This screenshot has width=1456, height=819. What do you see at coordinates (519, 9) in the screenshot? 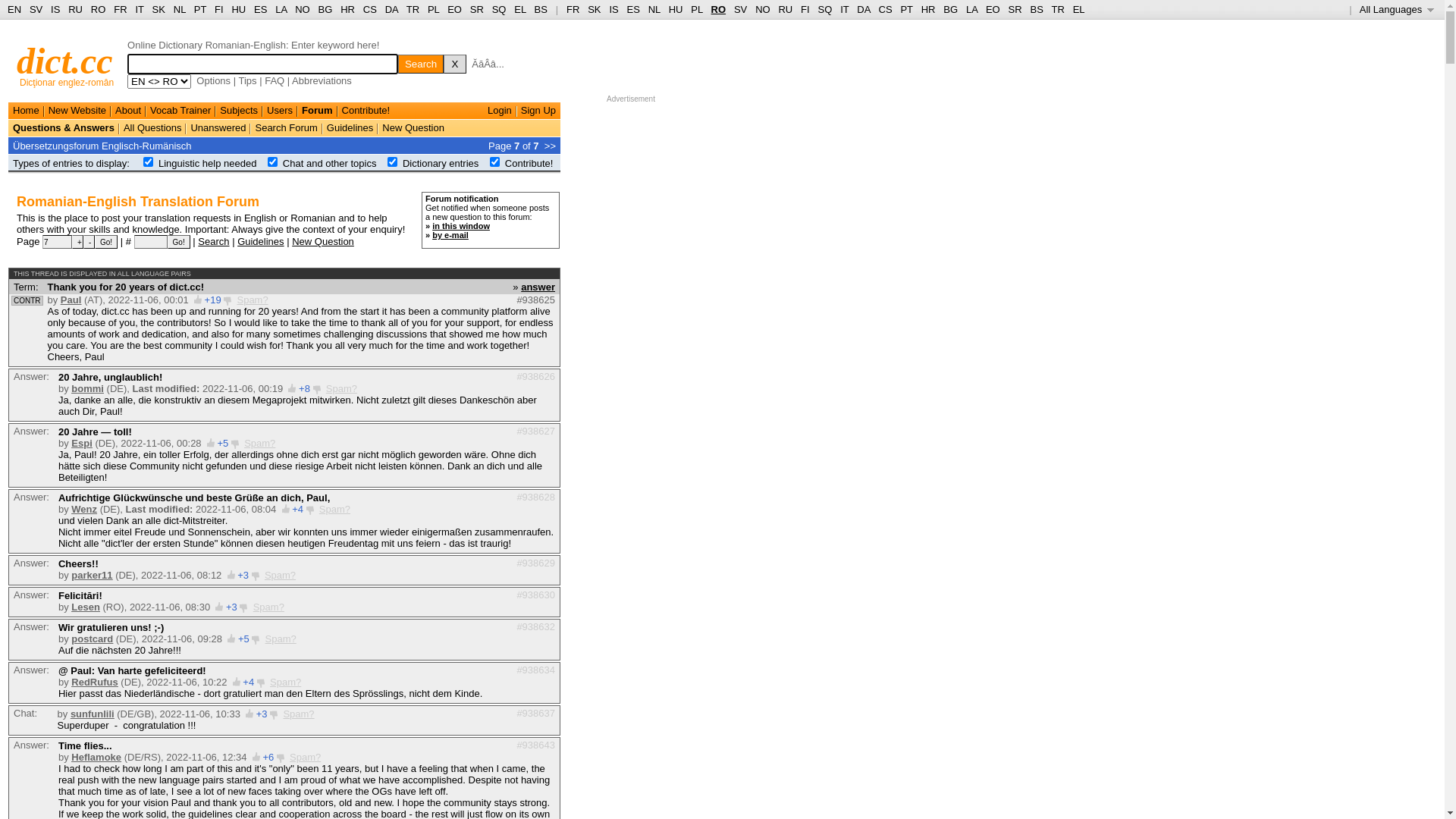
I see `'EL'` at bounding box center [519, 9].